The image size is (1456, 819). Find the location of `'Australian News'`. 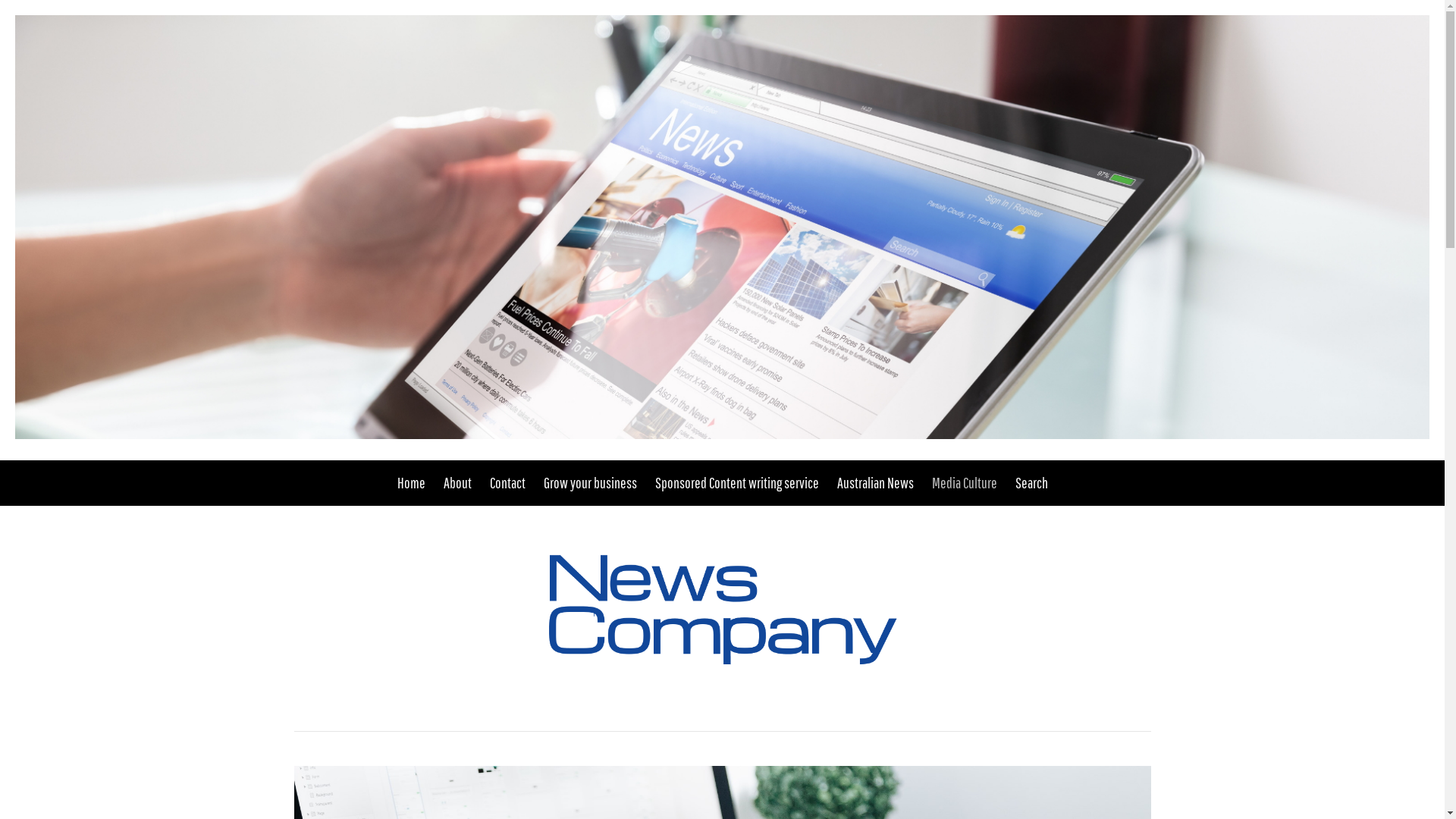

'Australian News' is located at coordinates (875, 482).